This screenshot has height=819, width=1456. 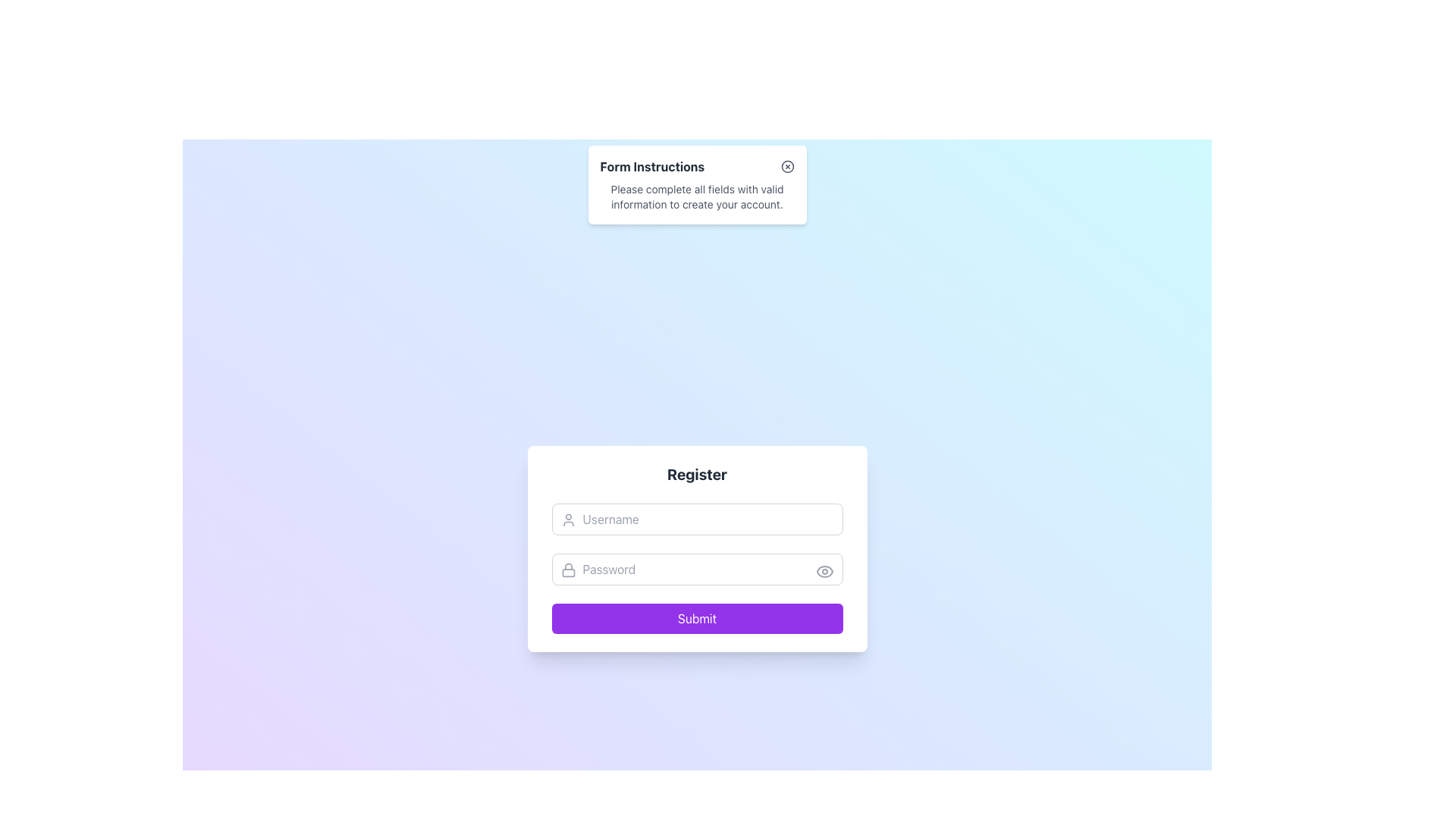 What do you see at coordinates (787, 166) in the screenshot?
I see `the dismiss button located to the right of the 'Form Instructions' text` at bounding box center [787, 166].